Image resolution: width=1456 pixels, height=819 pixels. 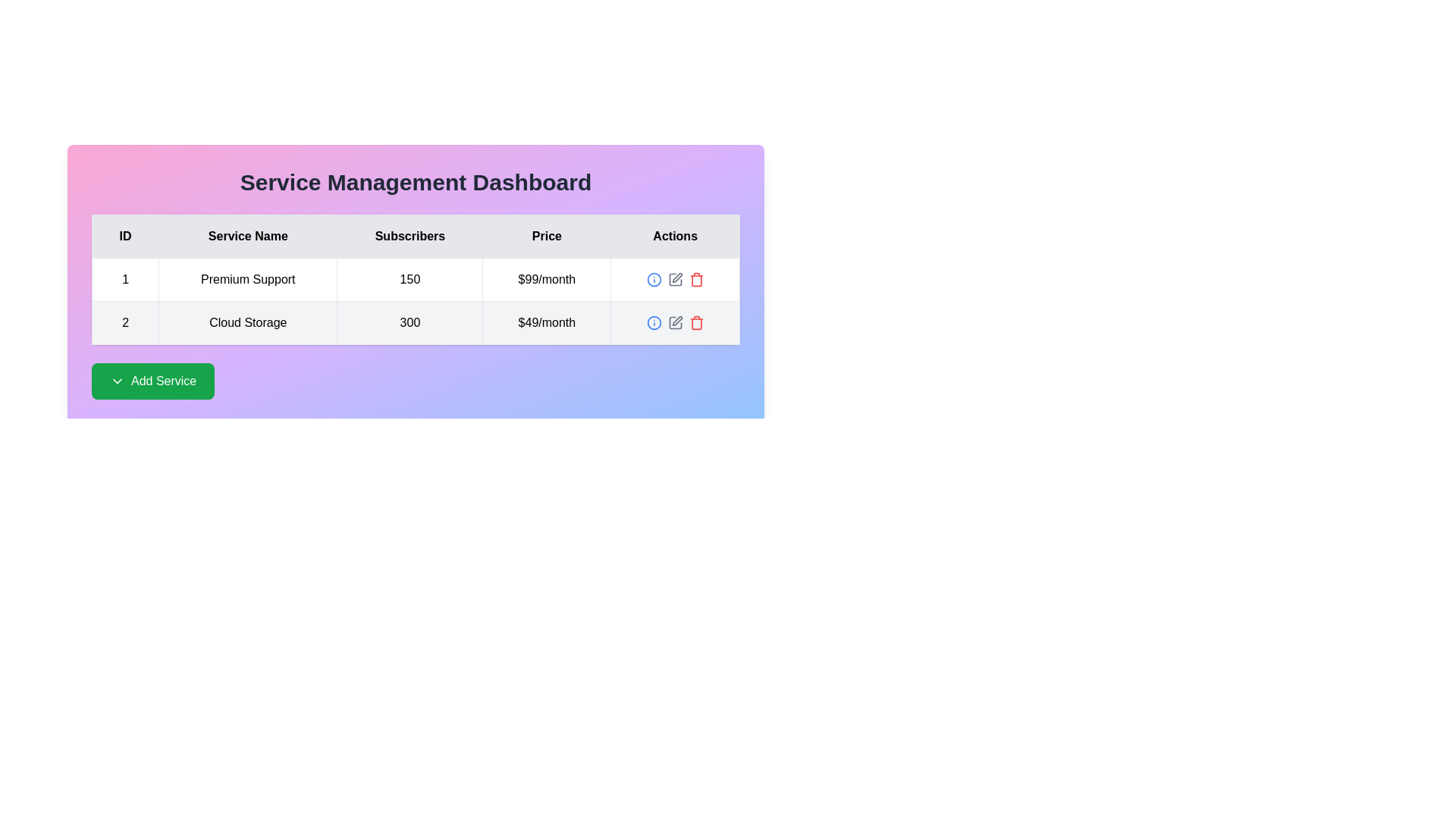 I want to click on the text cell containing the number '1' in the first row of the table under the 'ID' column, so click(x=125, y=280).